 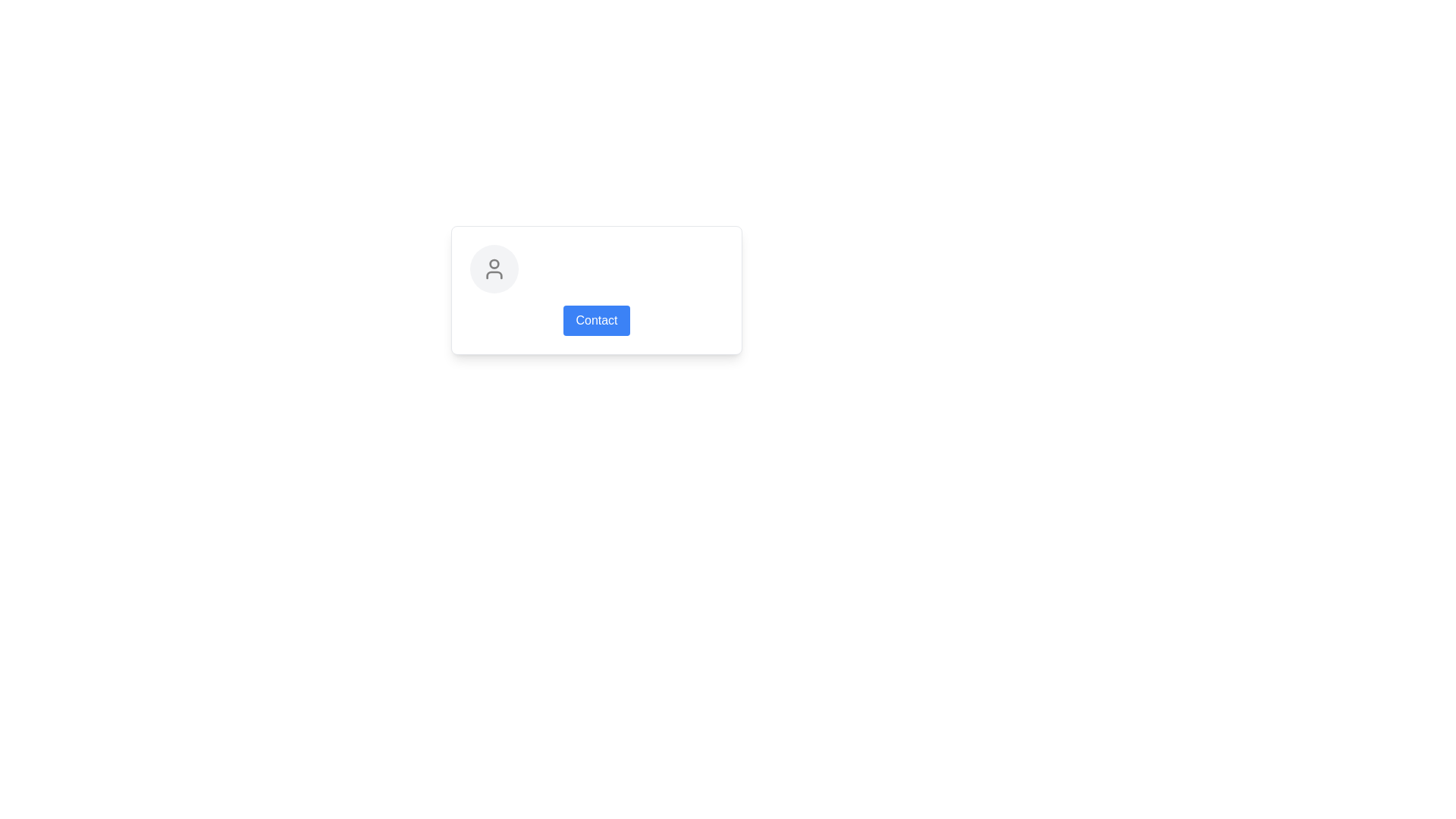 What do you see at coordinates (494, 268) in the screenshot?
I see `the user profile icon located in the top-left region of the rounded rectangular card layout` at bounding box center [494, 268].